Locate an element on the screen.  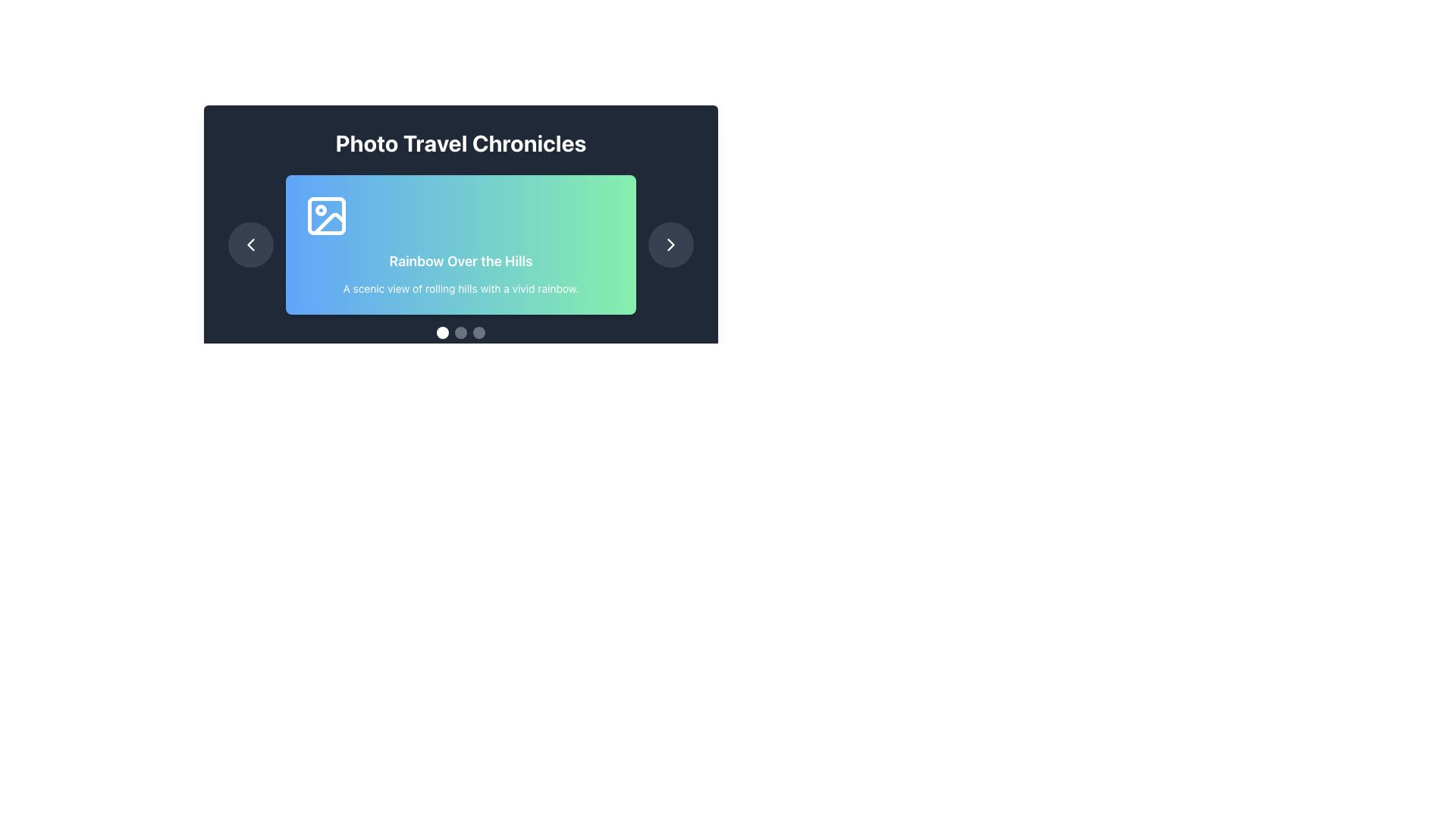
the decorative graphical element of the SVG icon that visually indicates an image placeholder, located in the top-left section of the circular frame is located at coordinates (320, 210).